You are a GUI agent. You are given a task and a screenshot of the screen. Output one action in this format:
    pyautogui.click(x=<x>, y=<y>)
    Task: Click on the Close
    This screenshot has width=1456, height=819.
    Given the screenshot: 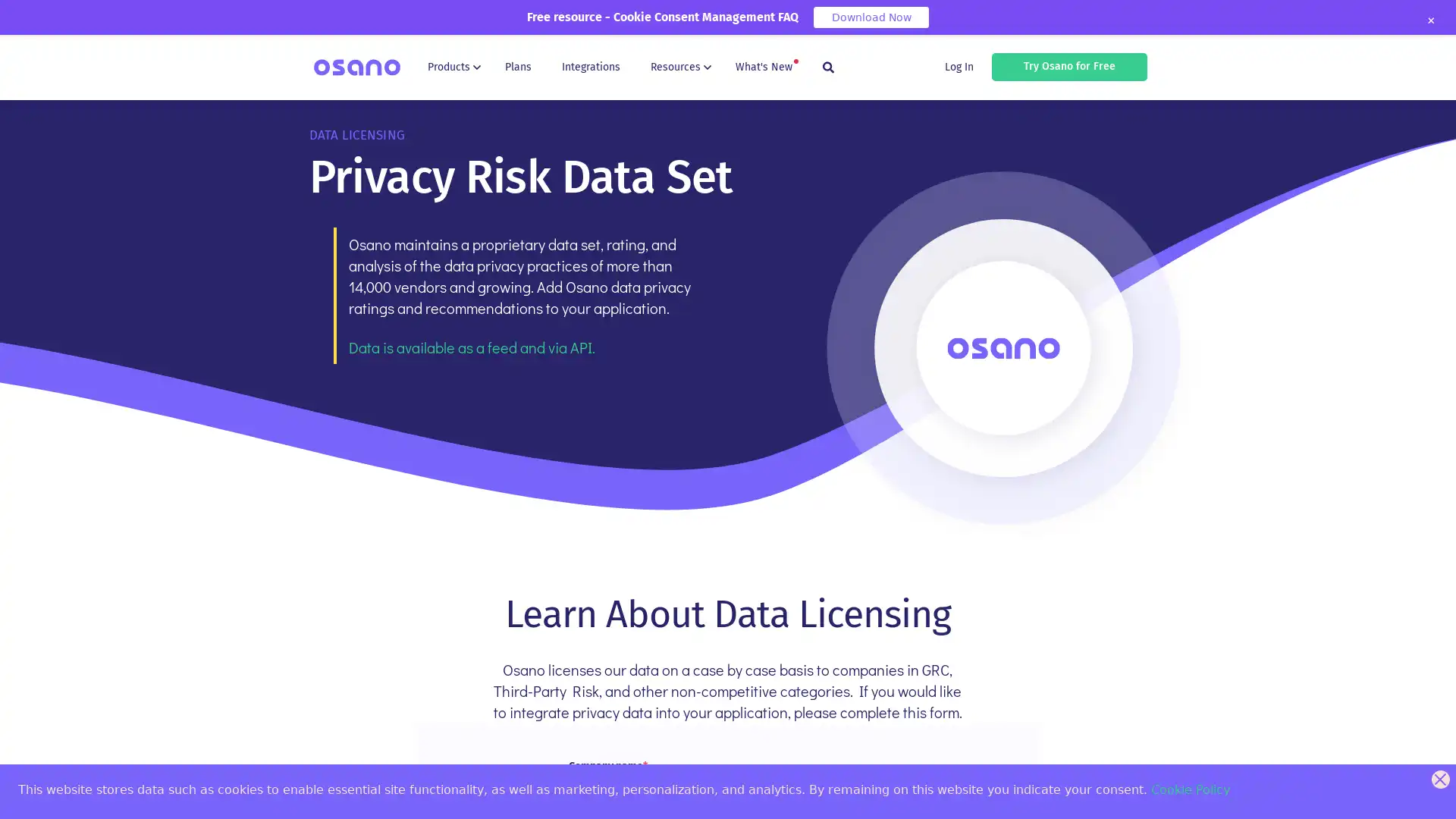 What is the action you would take?
    pyautogui.click(x=1429, y=20)
    